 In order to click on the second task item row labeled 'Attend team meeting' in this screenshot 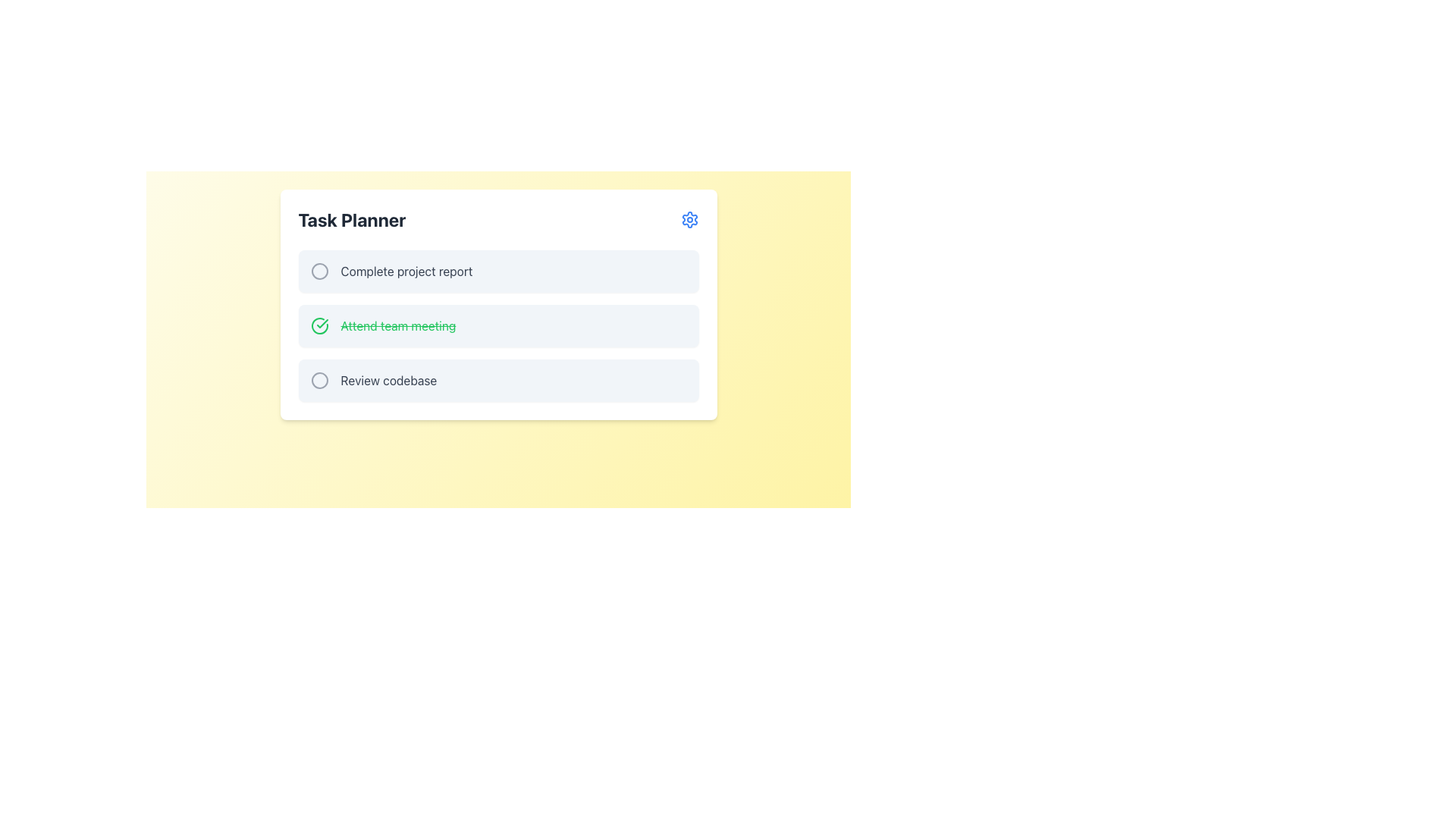, I will do `click(498, 325)`.